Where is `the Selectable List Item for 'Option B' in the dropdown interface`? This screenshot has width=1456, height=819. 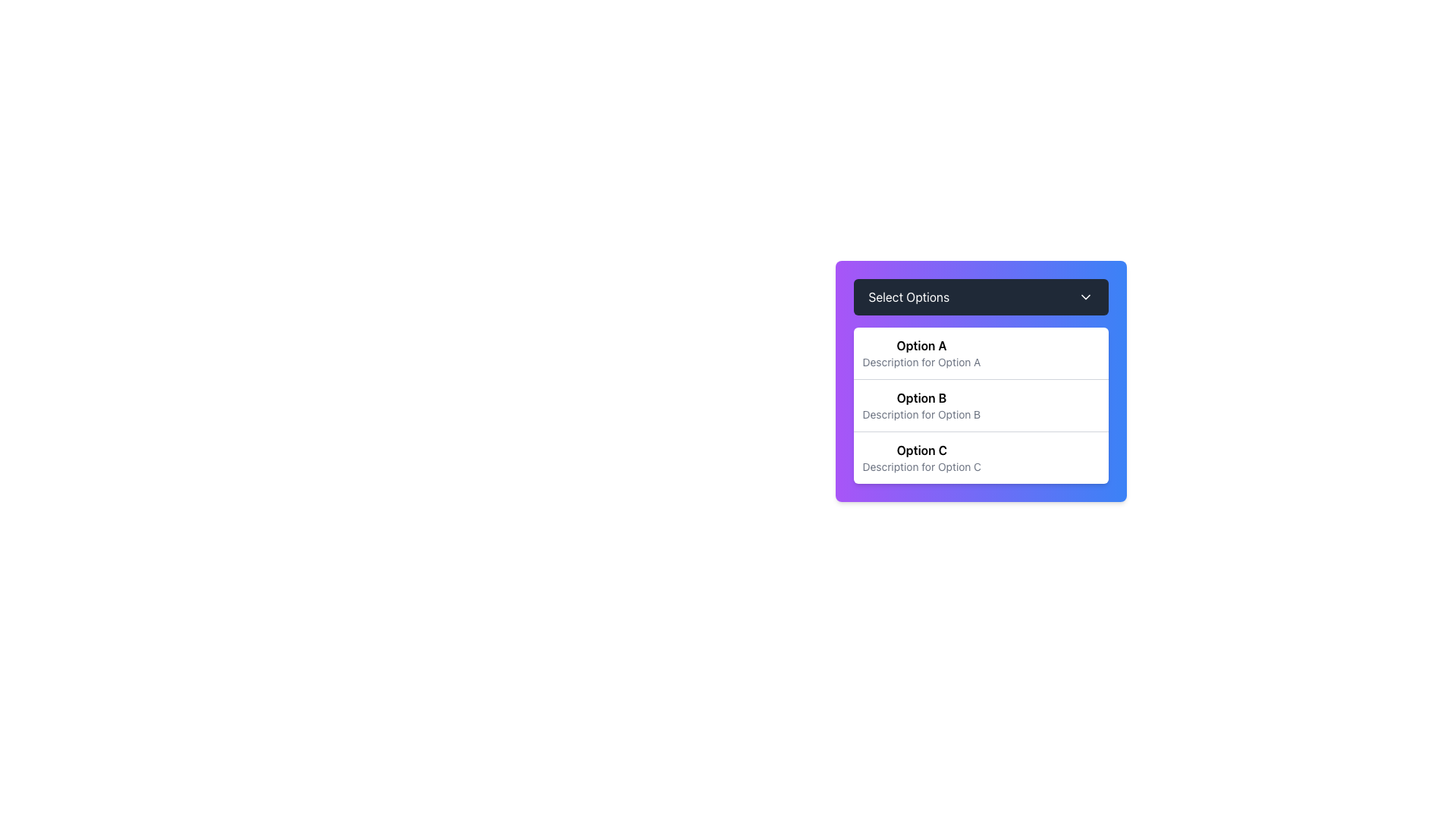 the Selectable List Item for 'Option B' in the dropdown interface is located at coordinates (981, 404).